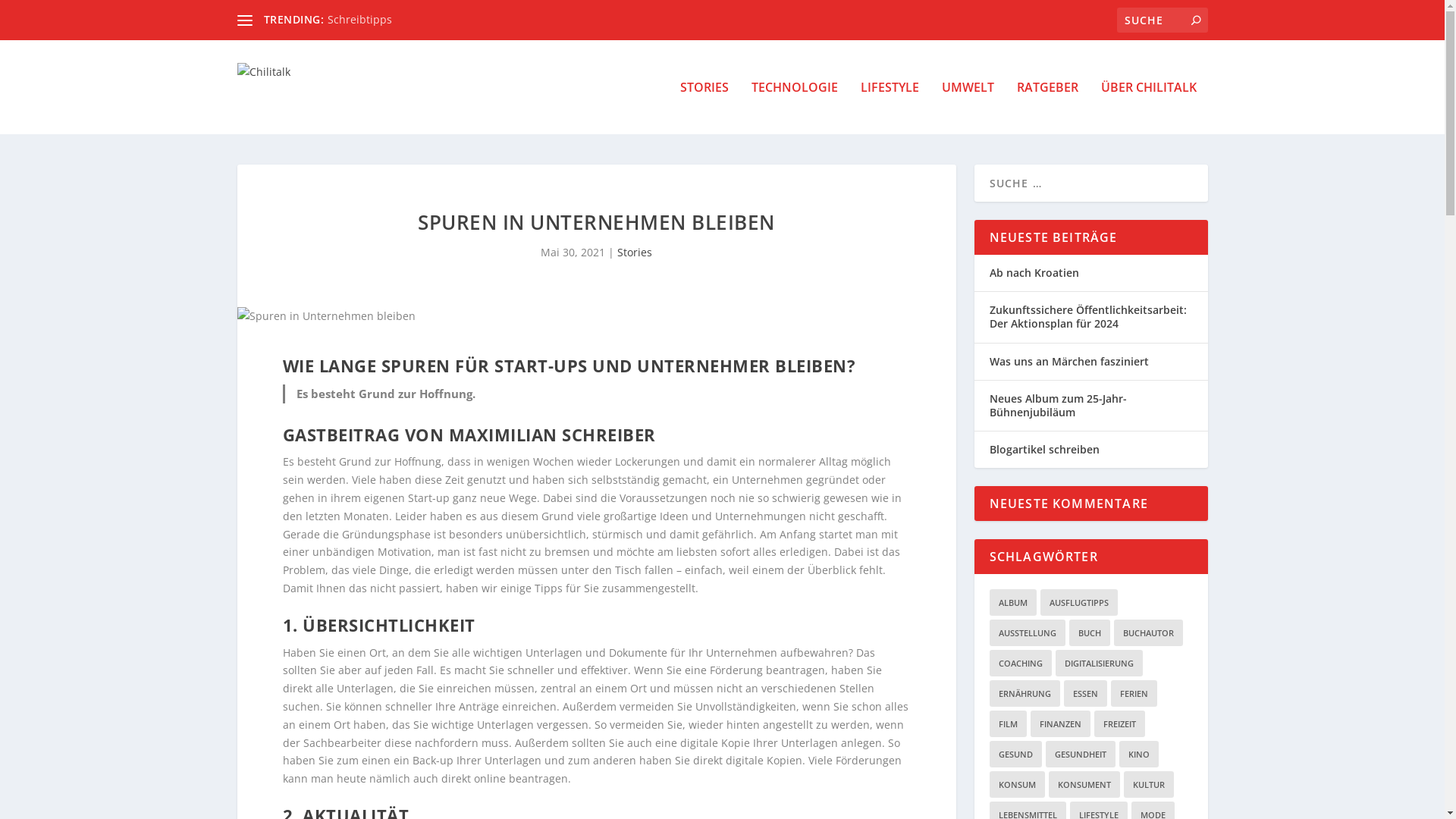  Describe the element at coordinates (0, 14) in the screenshot. I see `'Suche'` at that location.